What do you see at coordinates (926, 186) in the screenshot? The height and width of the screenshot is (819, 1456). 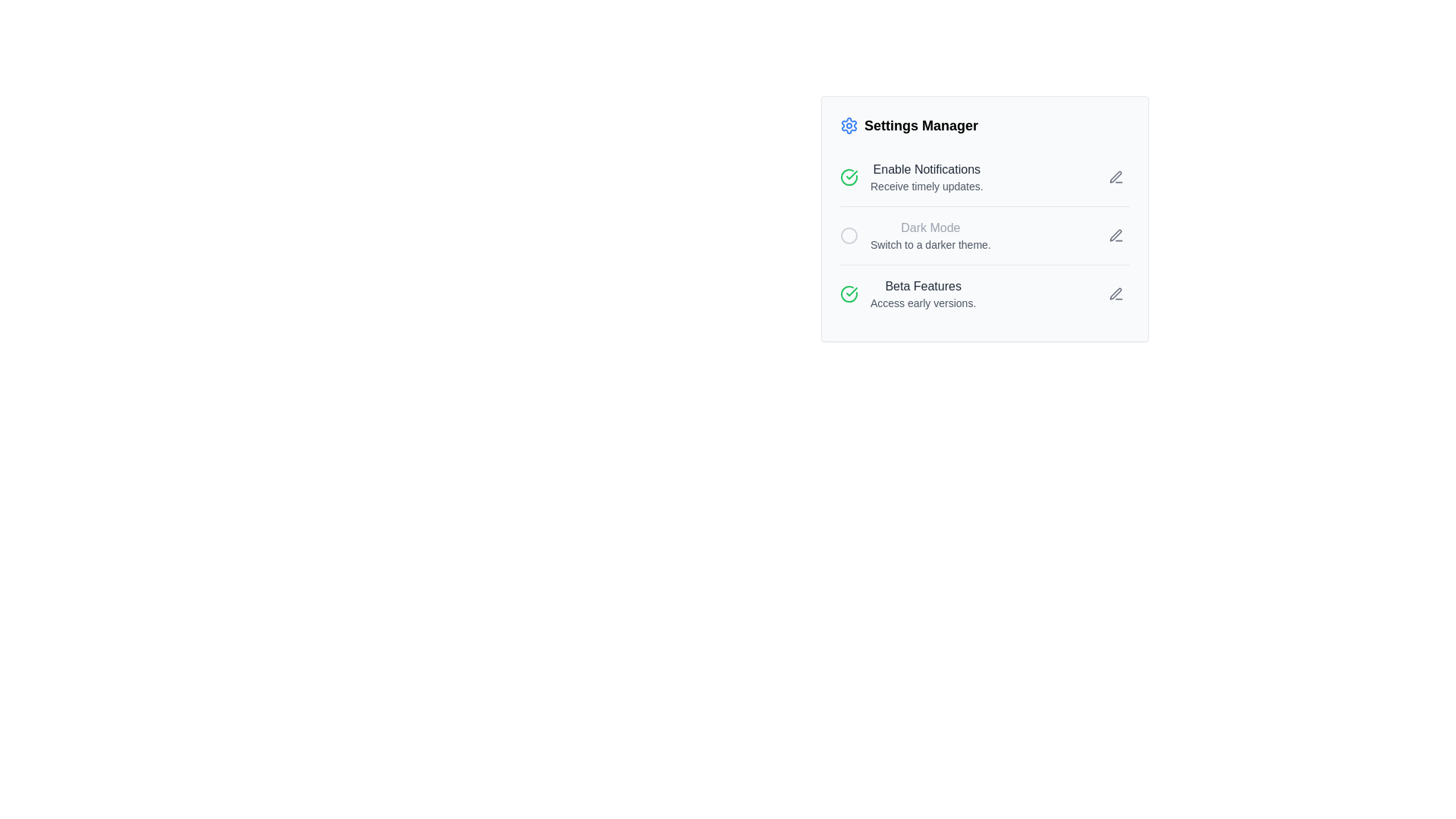 I see `the text label that says 'Receive timely updates.' in the 'Enable Notifications' section, which is styled in gray and located beneath the main heading` at bounding box center [926, 186].